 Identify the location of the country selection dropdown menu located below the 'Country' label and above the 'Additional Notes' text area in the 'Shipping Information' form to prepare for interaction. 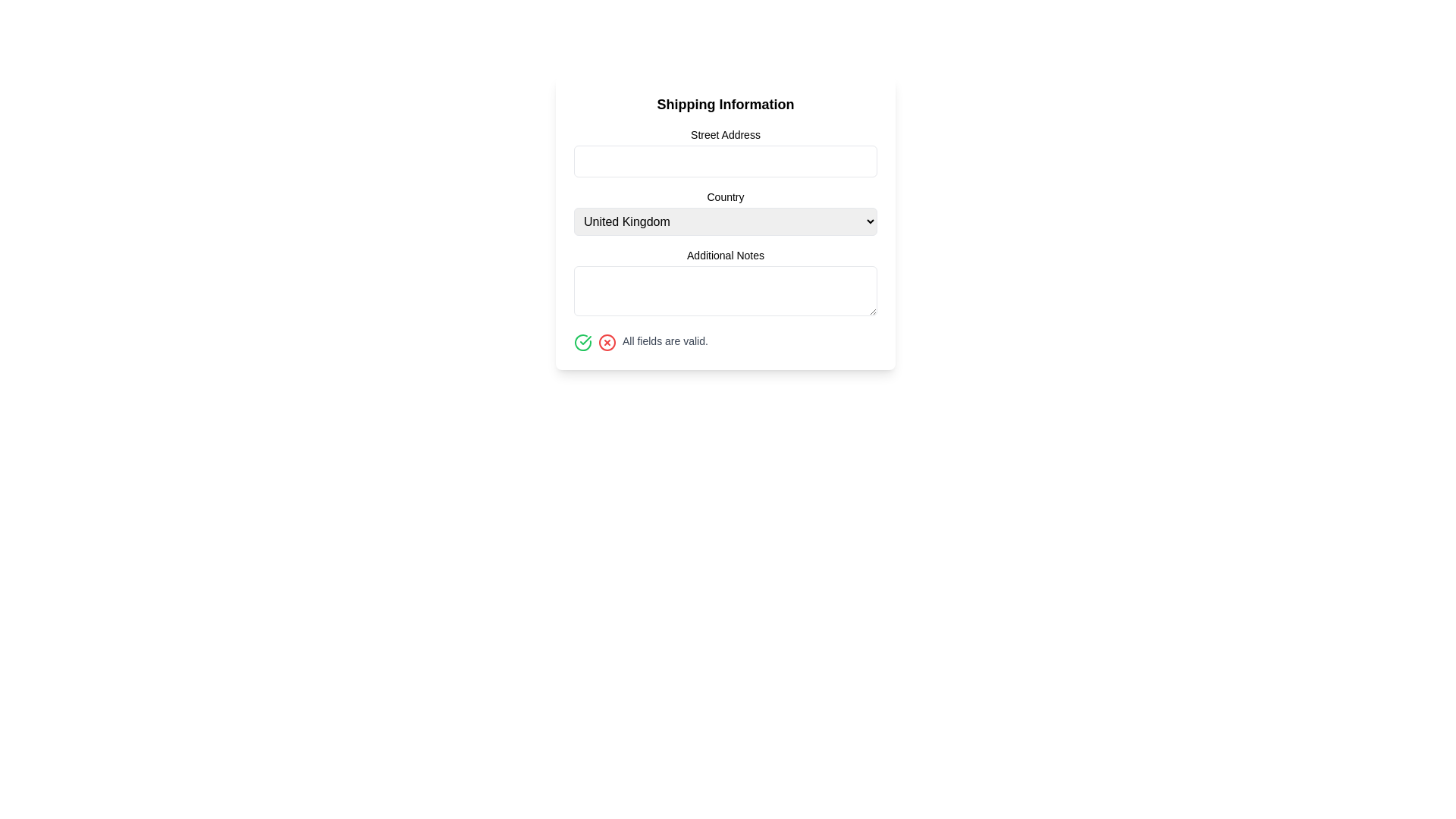
(724, 212).